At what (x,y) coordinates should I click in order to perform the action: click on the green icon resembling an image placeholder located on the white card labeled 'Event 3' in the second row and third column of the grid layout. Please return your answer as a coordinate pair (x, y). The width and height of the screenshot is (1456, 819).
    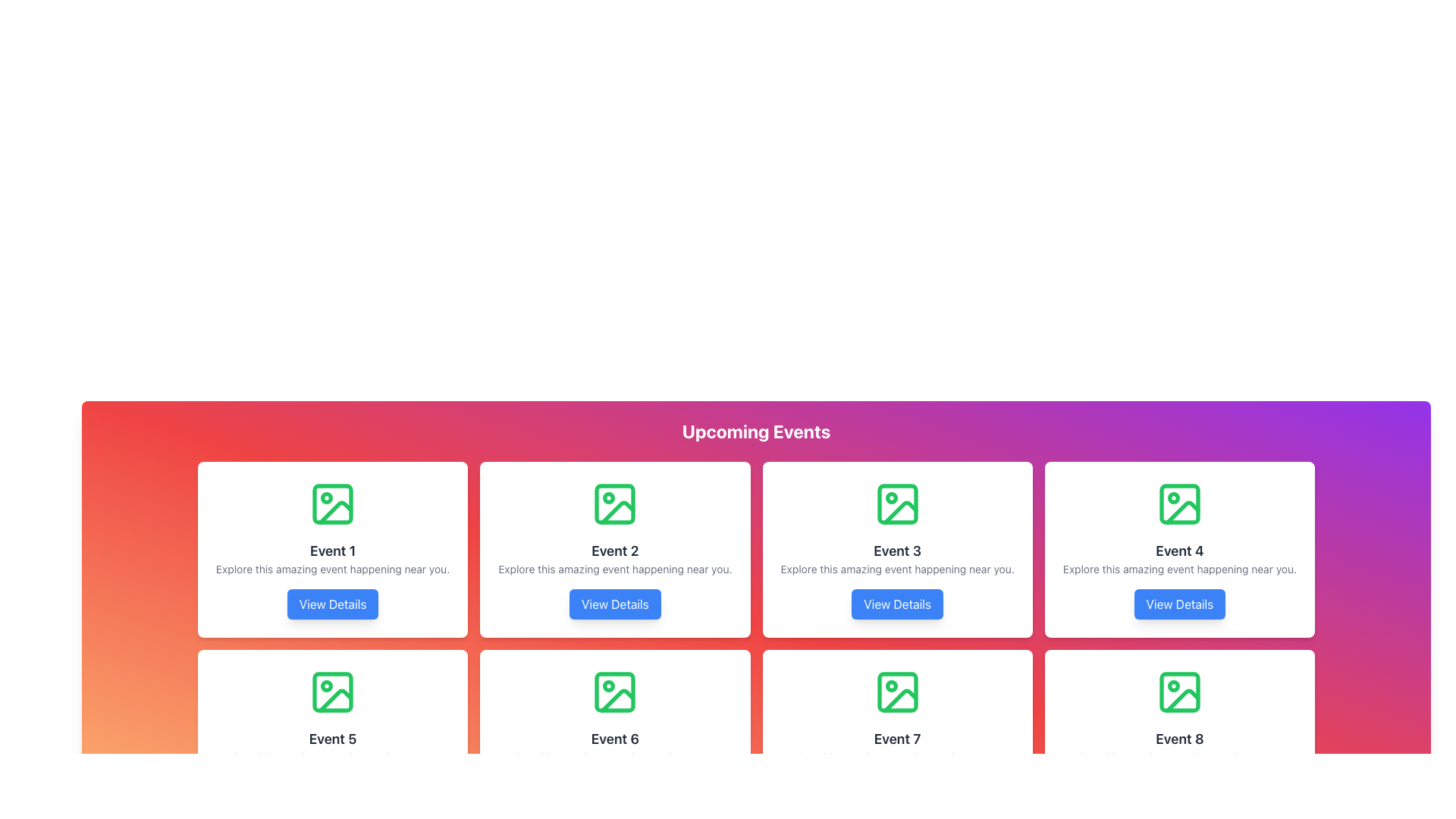
    Looking at the image, I should click on (897, 504).